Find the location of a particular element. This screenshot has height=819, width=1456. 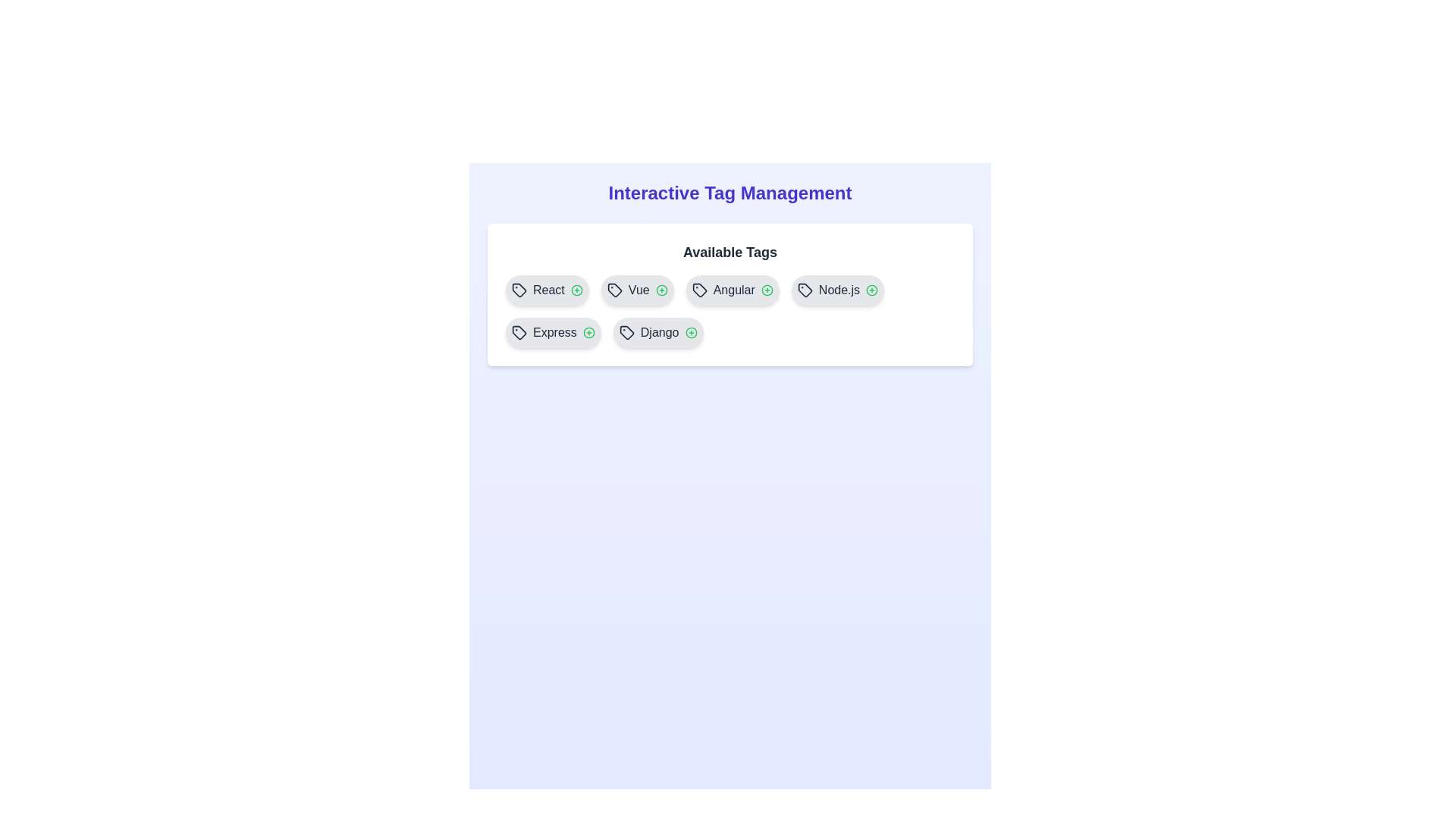

the SVG circle visual component that is part of an icon graphic indicating a functional component, such as add or enable, located centrally within the interactive tag component labeled with available tags is located at coordinates (690, 332).